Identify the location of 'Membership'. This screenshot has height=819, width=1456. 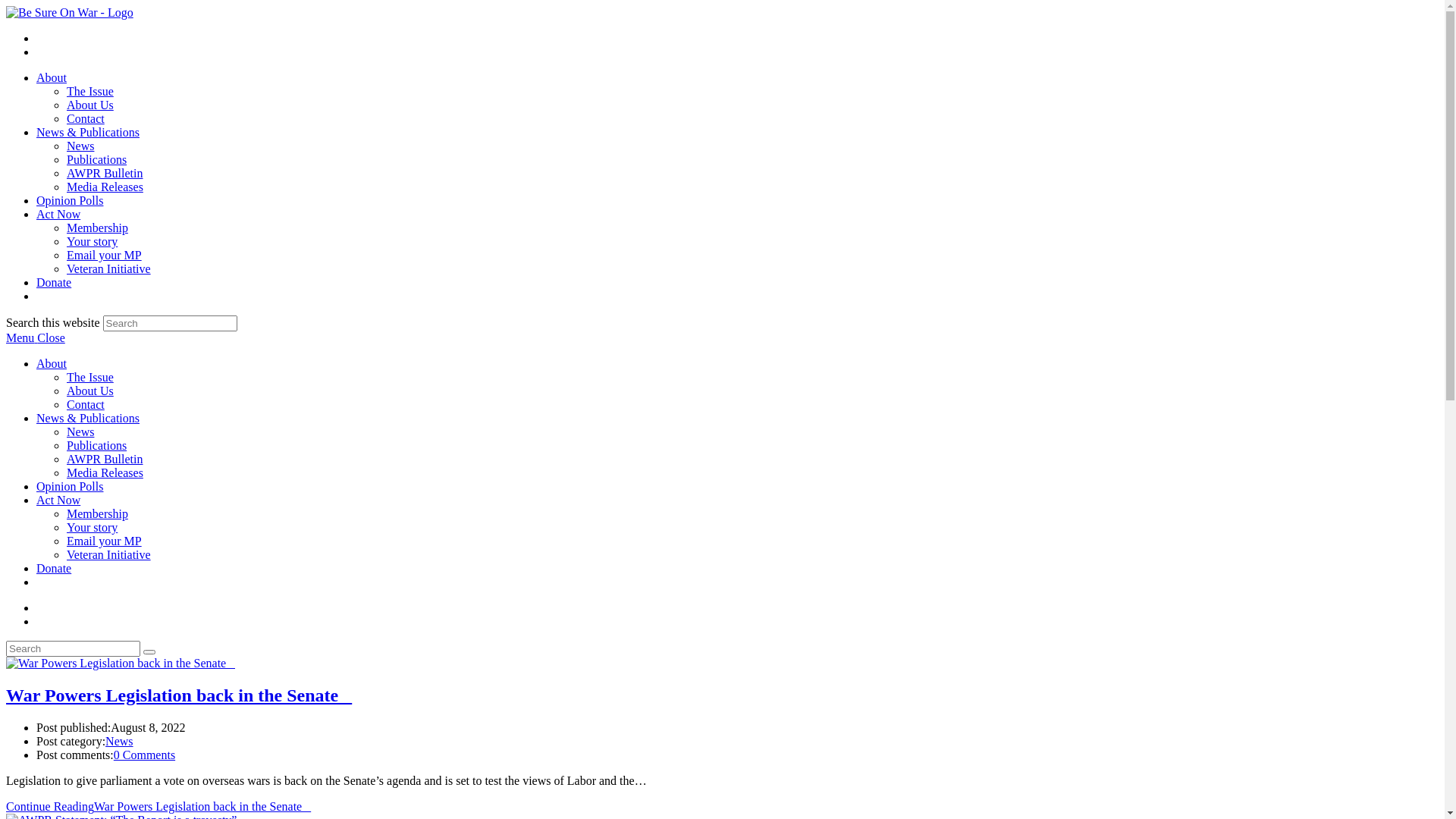
(96, 227).